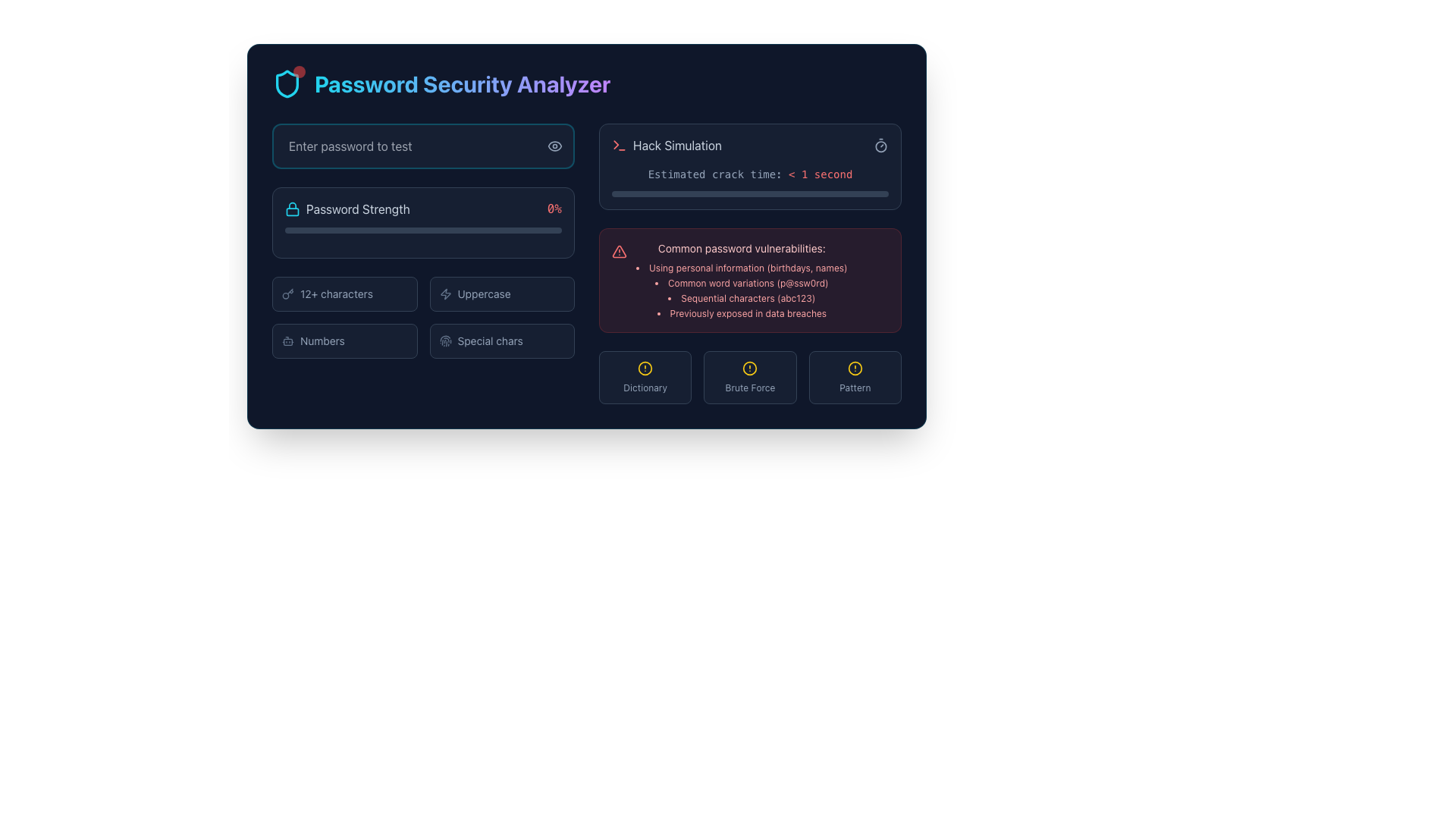  What do you see at coordinates (502, 341) in the screenshot?
I see `the button in the 'Password Security Analyzer' section that indicates the presence or absence of special characters in a password` at bounding box center [502, 341].